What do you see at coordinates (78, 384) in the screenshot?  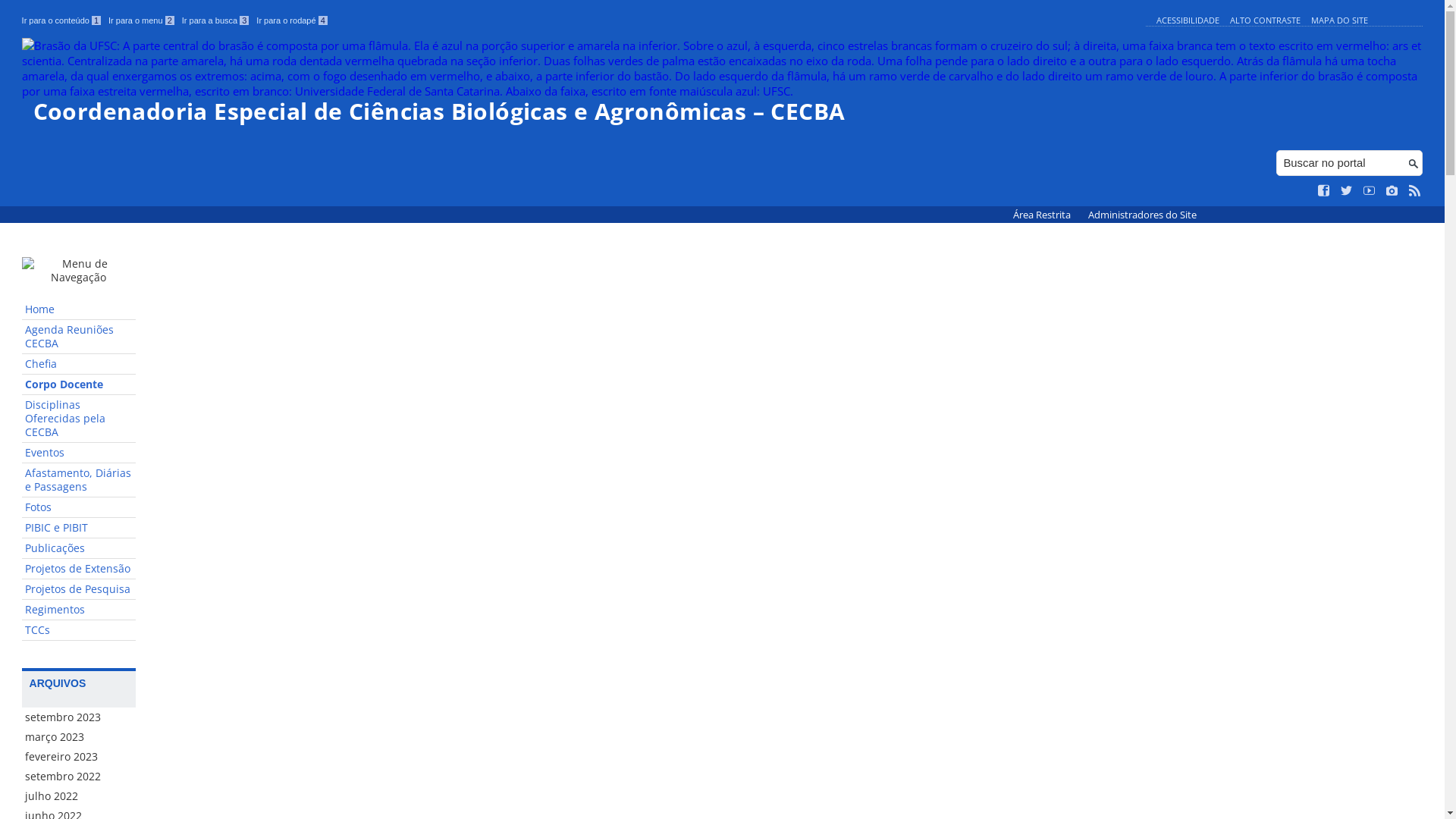 I see `'Corpo Docente'` at bounding box center [78, 384].